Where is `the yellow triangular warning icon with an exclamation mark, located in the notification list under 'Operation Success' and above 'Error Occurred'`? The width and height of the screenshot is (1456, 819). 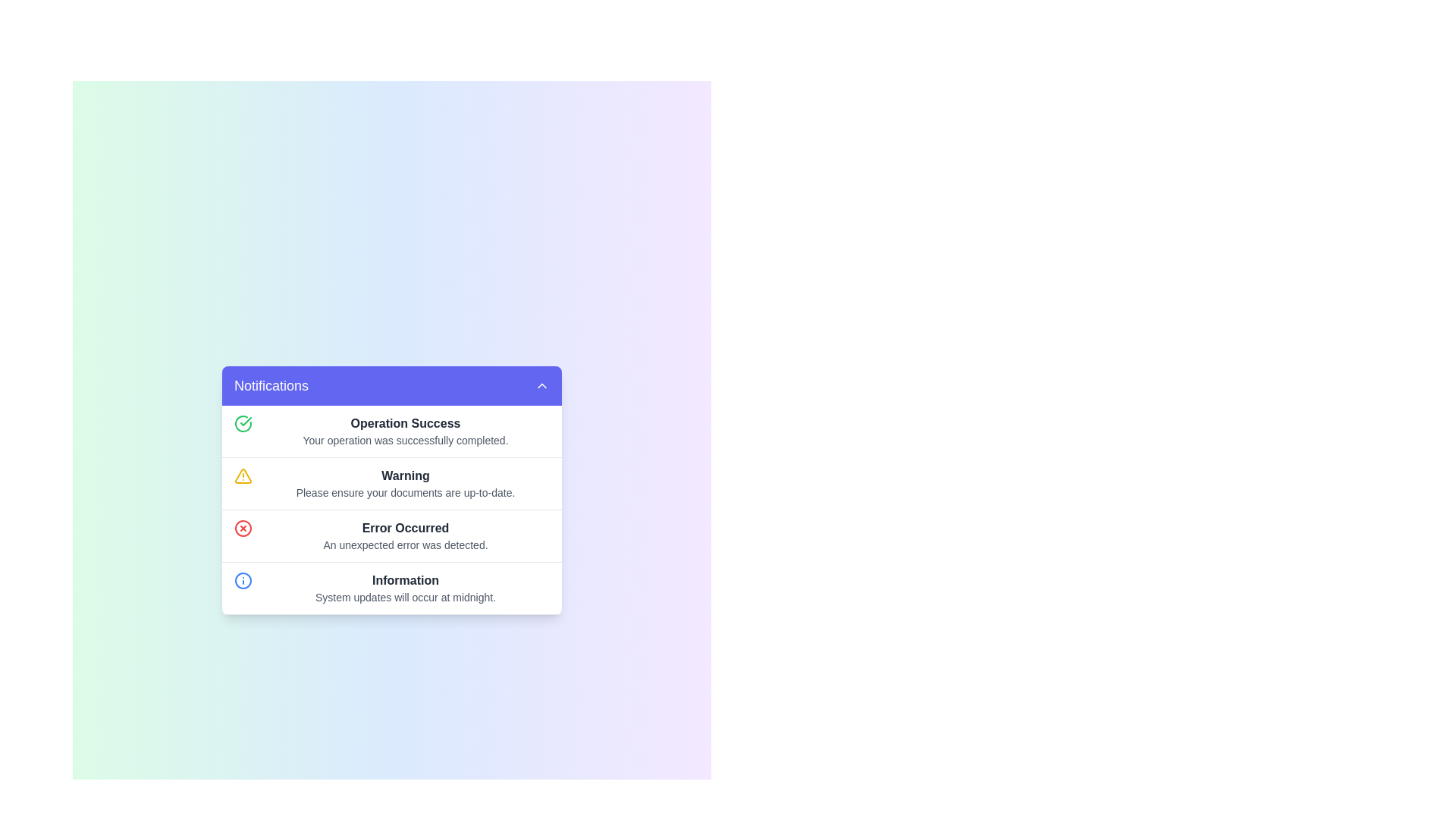 the yellow triangular warning icon with an exclamation mark, located in the notification list under 'Operation Success' and above 'Error Occurred' is located at coordinates (243, 475).